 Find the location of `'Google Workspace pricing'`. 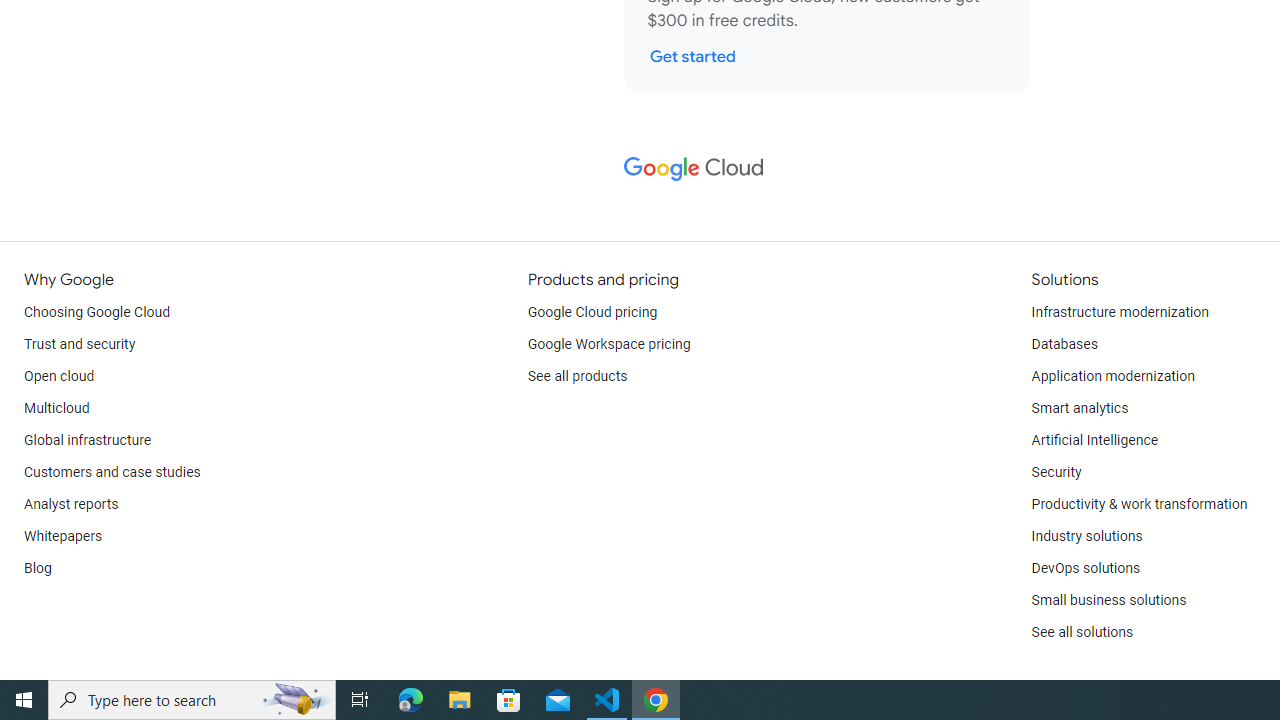

'Google Workspace pricing' is located at coordinates (608, 343).